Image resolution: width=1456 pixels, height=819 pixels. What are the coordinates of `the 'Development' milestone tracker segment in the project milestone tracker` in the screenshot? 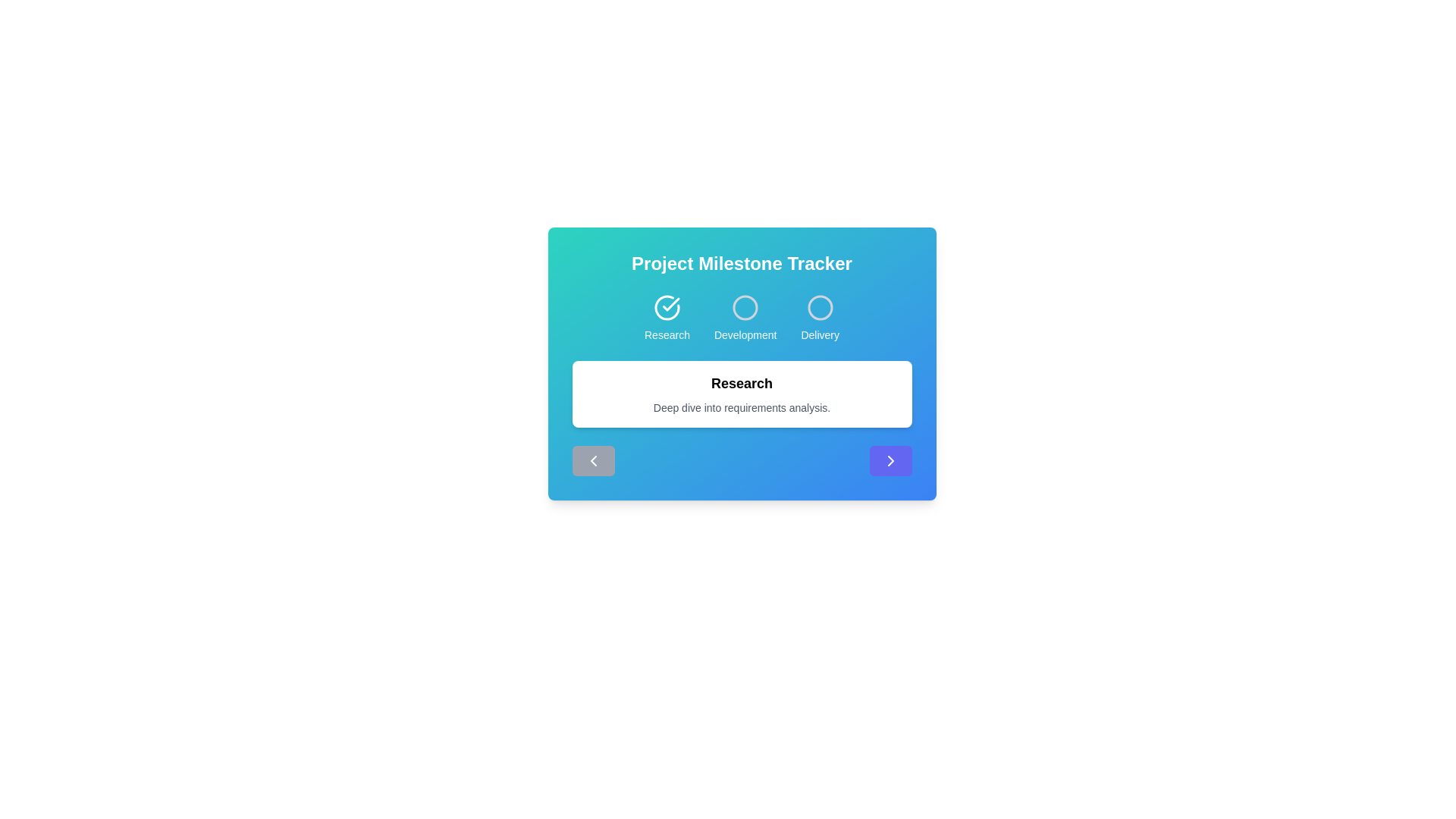 It's located at (742, 318).